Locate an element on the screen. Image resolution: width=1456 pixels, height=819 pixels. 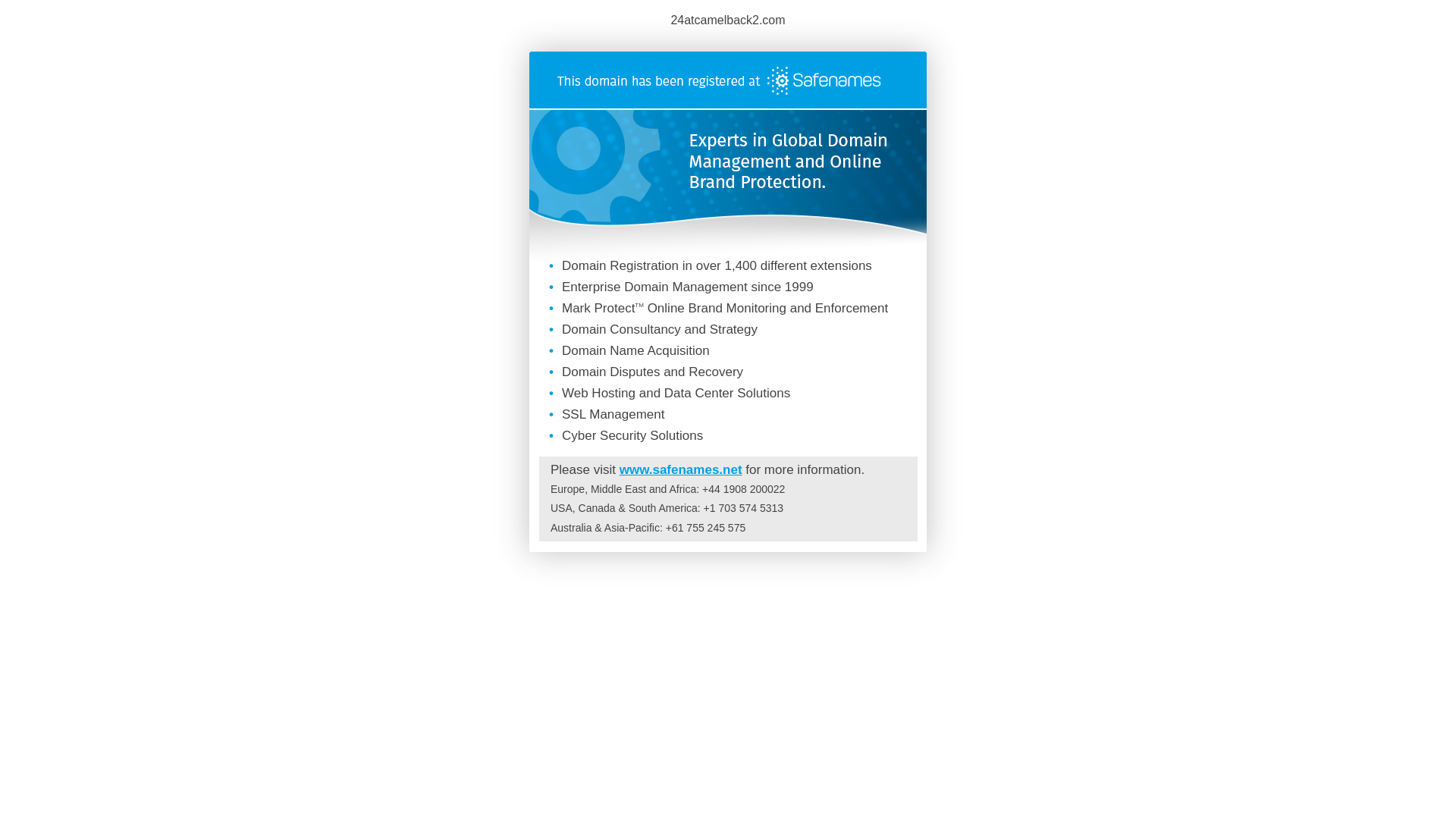
'www.safenames.net' is located at coordinates (679, 469).